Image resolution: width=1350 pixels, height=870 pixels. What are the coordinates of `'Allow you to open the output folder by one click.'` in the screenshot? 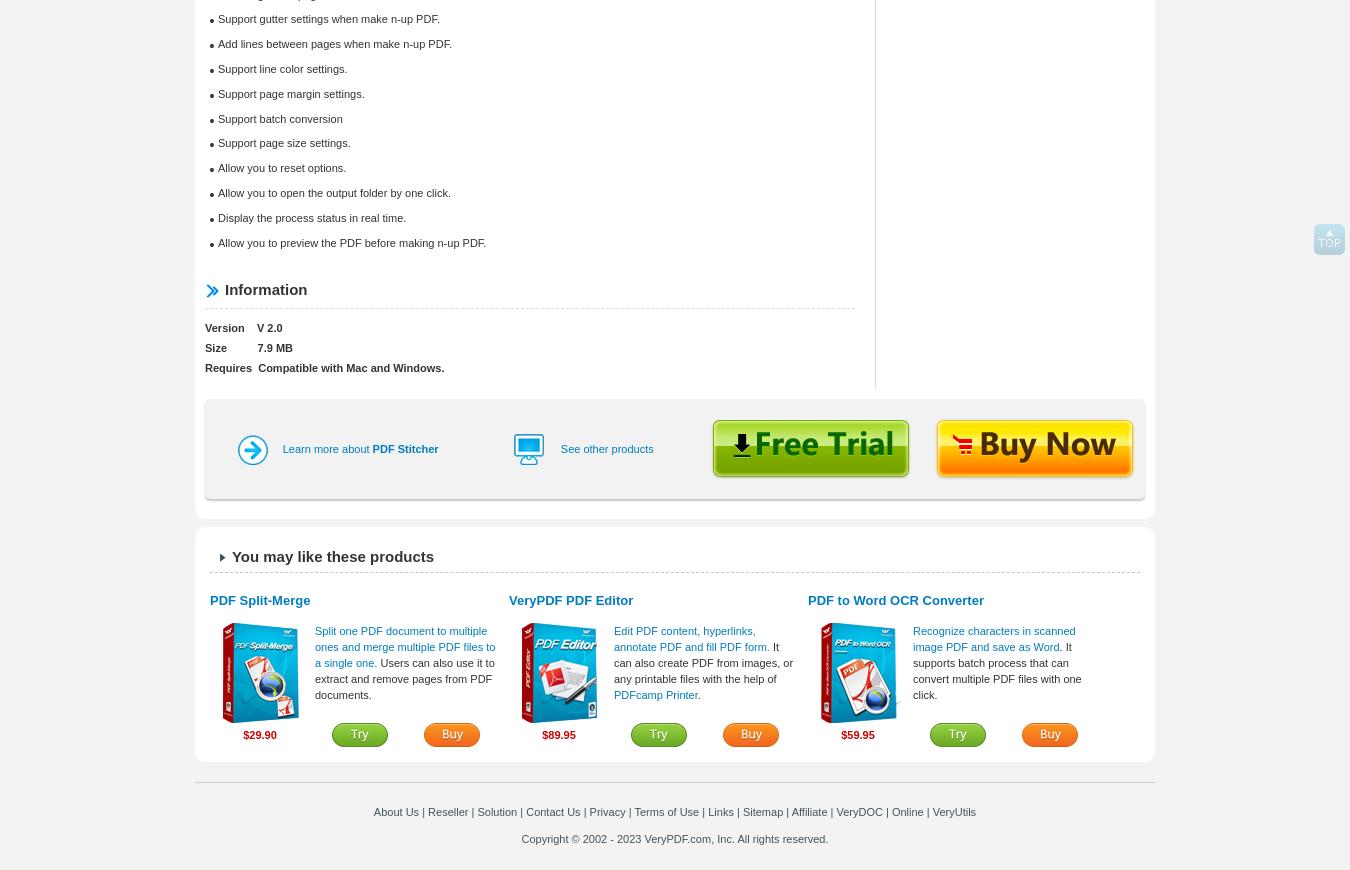 It's located at (332, 191).